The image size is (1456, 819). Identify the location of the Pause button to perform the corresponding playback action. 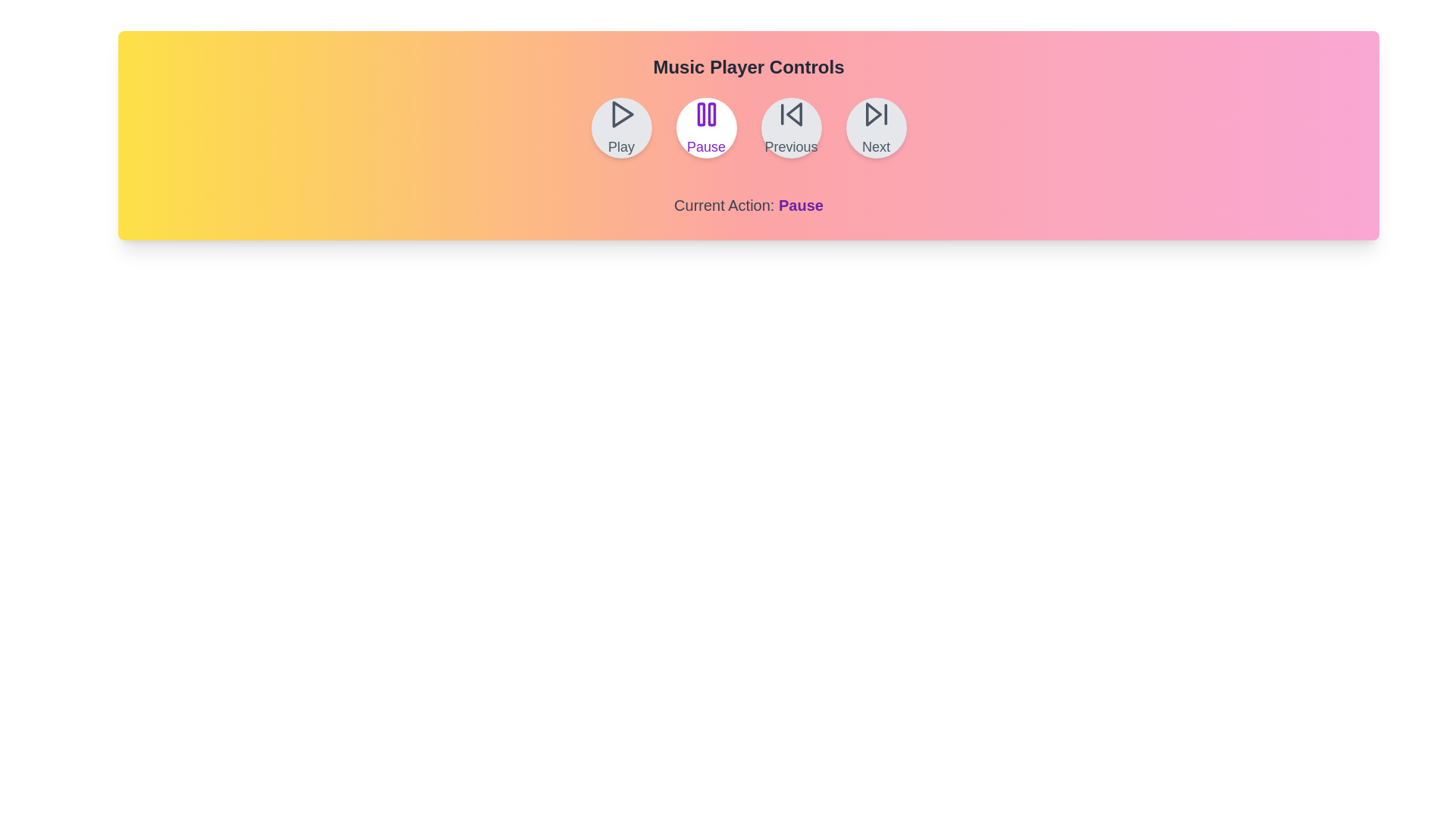
(705, 127).